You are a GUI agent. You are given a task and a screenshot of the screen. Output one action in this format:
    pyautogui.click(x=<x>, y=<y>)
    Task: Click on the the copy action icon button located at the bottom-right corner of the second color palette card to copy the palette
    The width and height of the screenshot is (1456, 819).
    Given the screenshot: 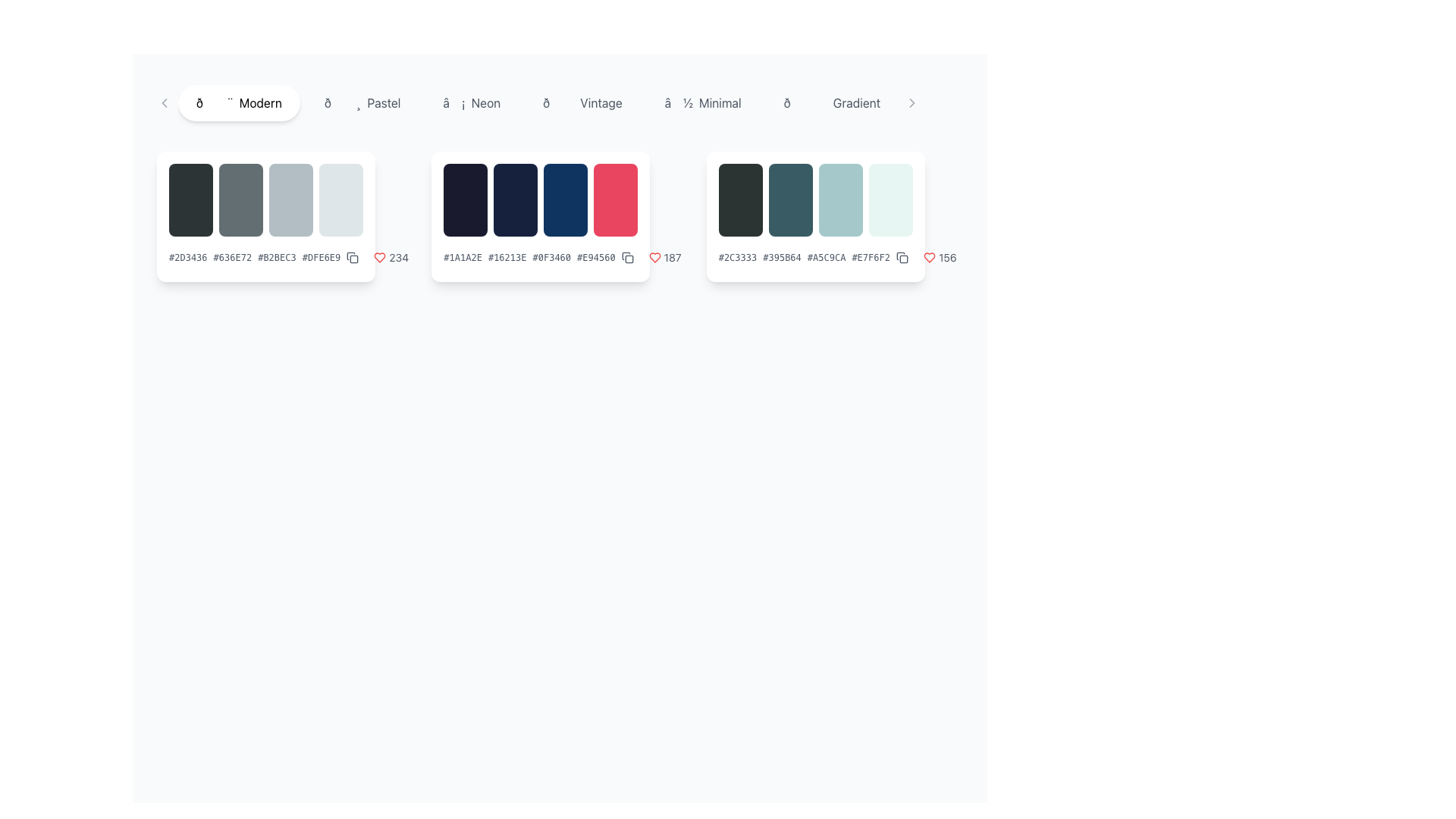 What is the action you would take?
    pyautogui.click(x=627, y=256)
    